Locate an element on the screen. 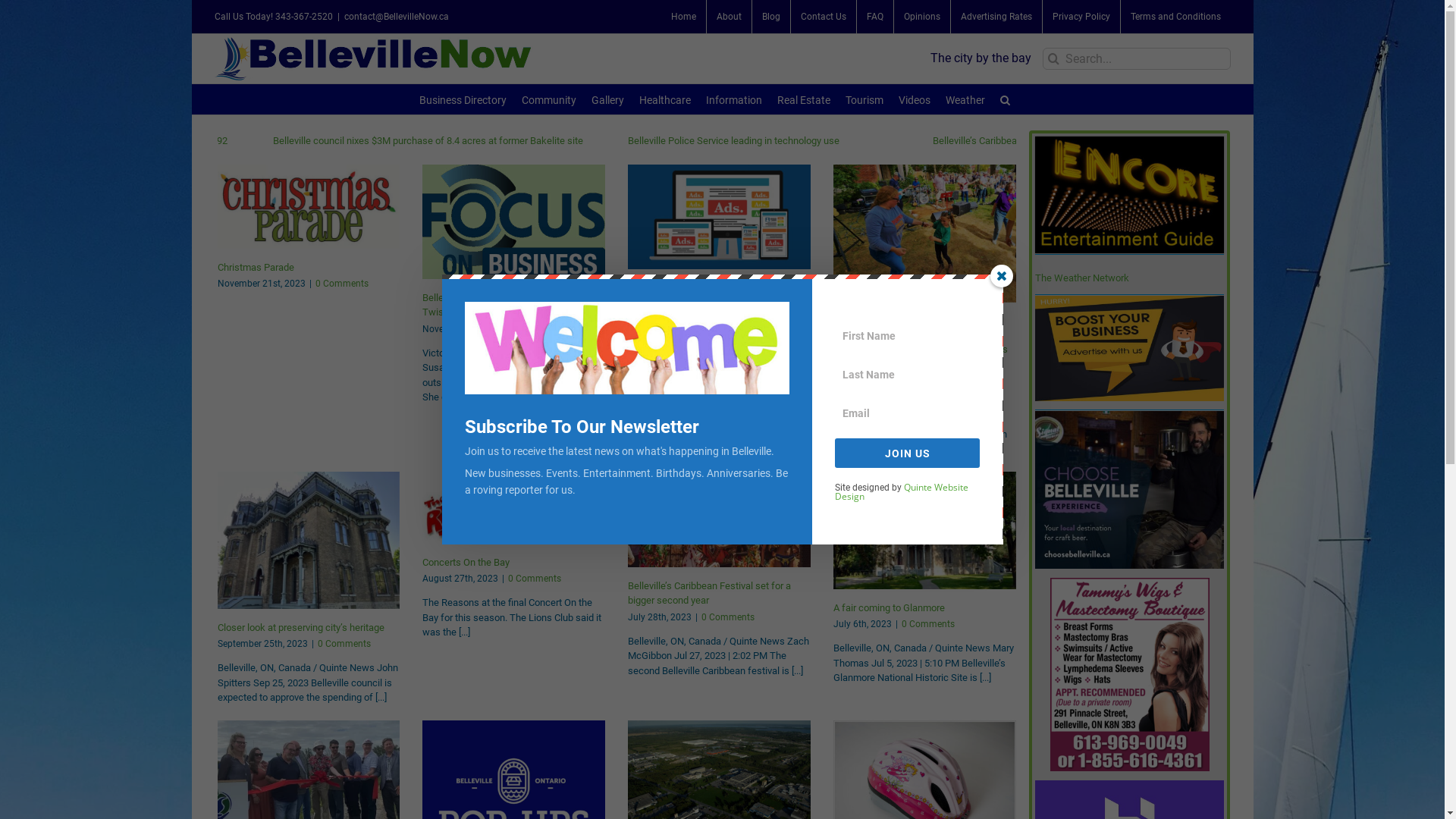 This screenshot has height=819, width=1456. 'Information' is located at coordinates (734, 99).